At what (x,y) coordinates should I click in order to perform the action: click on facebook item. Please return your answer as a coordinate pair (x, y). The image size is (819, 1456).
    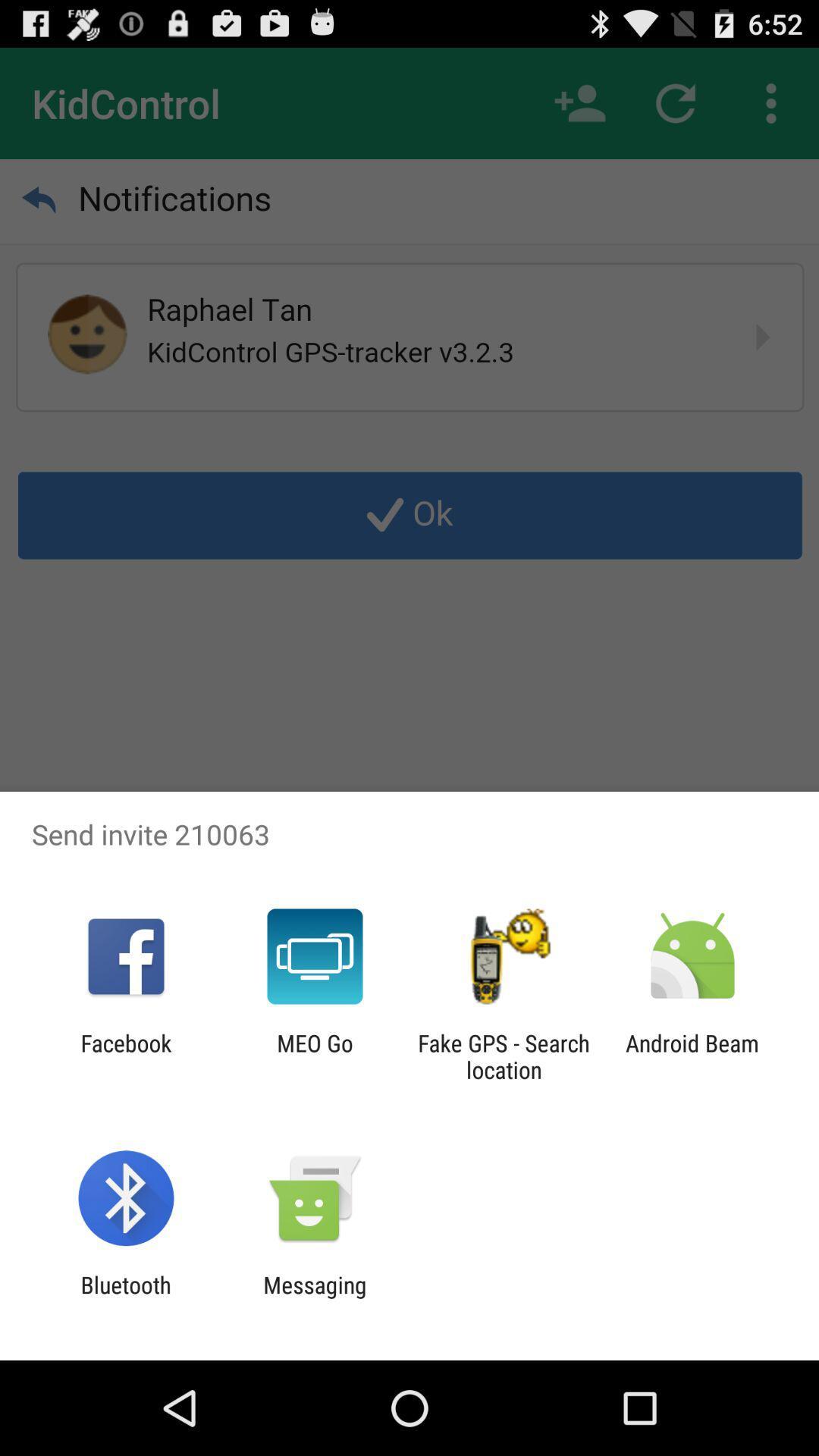
    Looking at the image, I should click on (125, 1056).